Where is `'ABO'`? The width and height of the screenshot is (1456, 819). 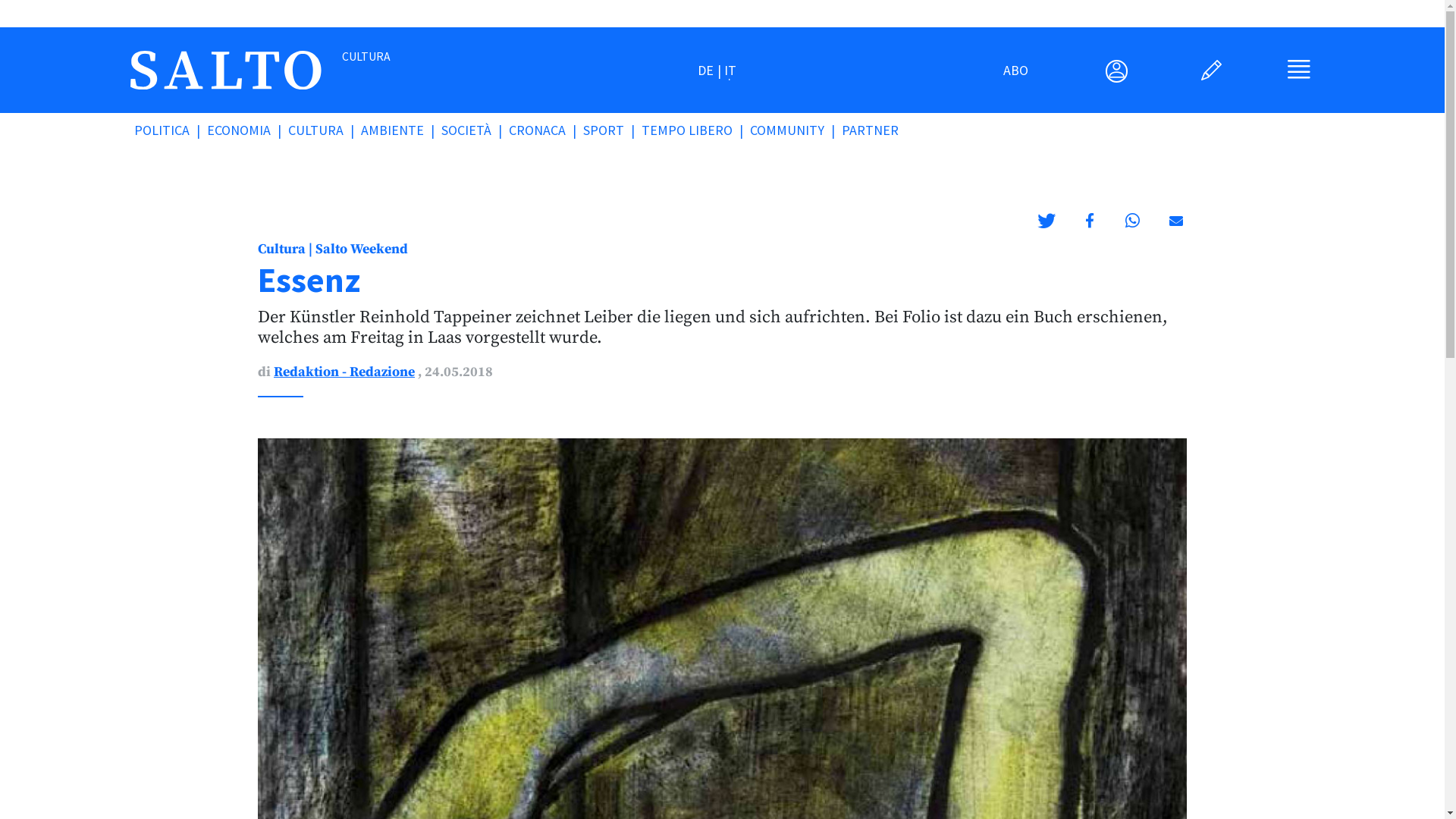
'ABO' is located at coordinates (1015, 70).